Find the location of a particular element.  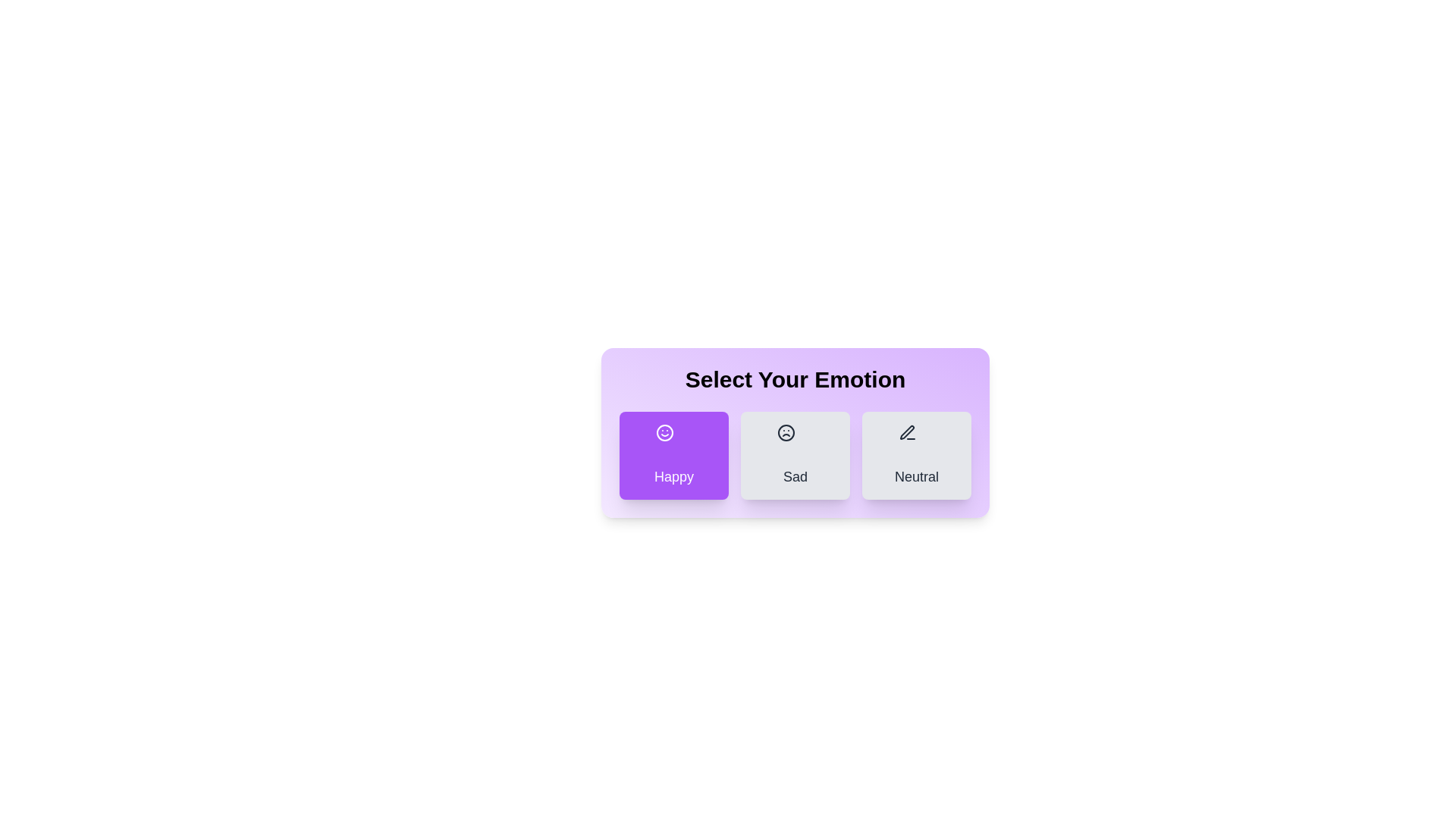

the emotion Sad by clicking on the corresponding button is located at coordinates (795, 455).